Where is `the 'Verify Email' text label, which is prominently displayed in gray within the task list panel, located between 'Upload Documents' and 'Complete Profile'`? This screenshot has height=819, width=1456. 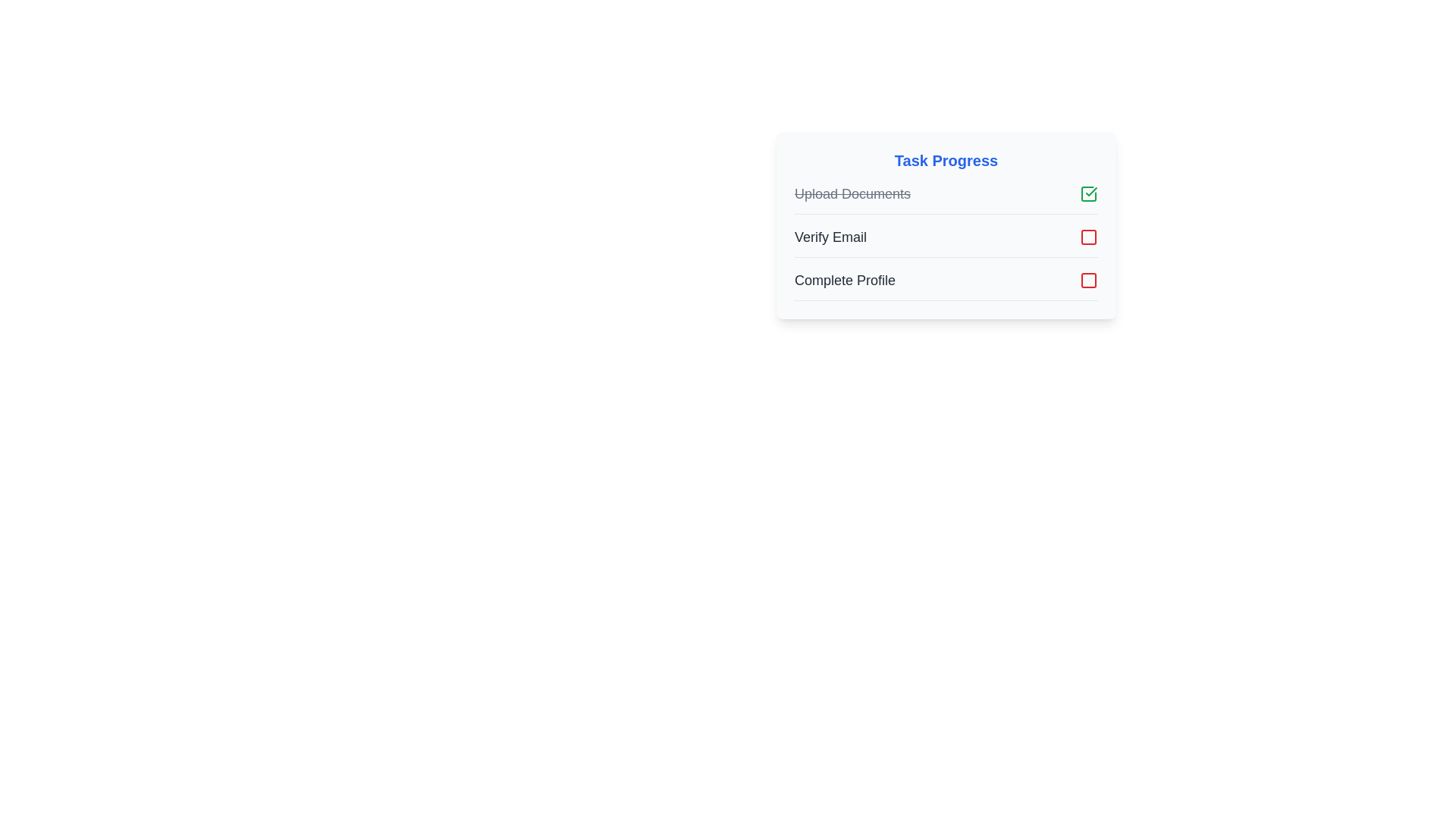
the 'Verify Email' text label, which is prominently displayed in gray within the task list panel, located between 'Upload Documents' and 'Complete Profile' is located at coordinates (830, 237).